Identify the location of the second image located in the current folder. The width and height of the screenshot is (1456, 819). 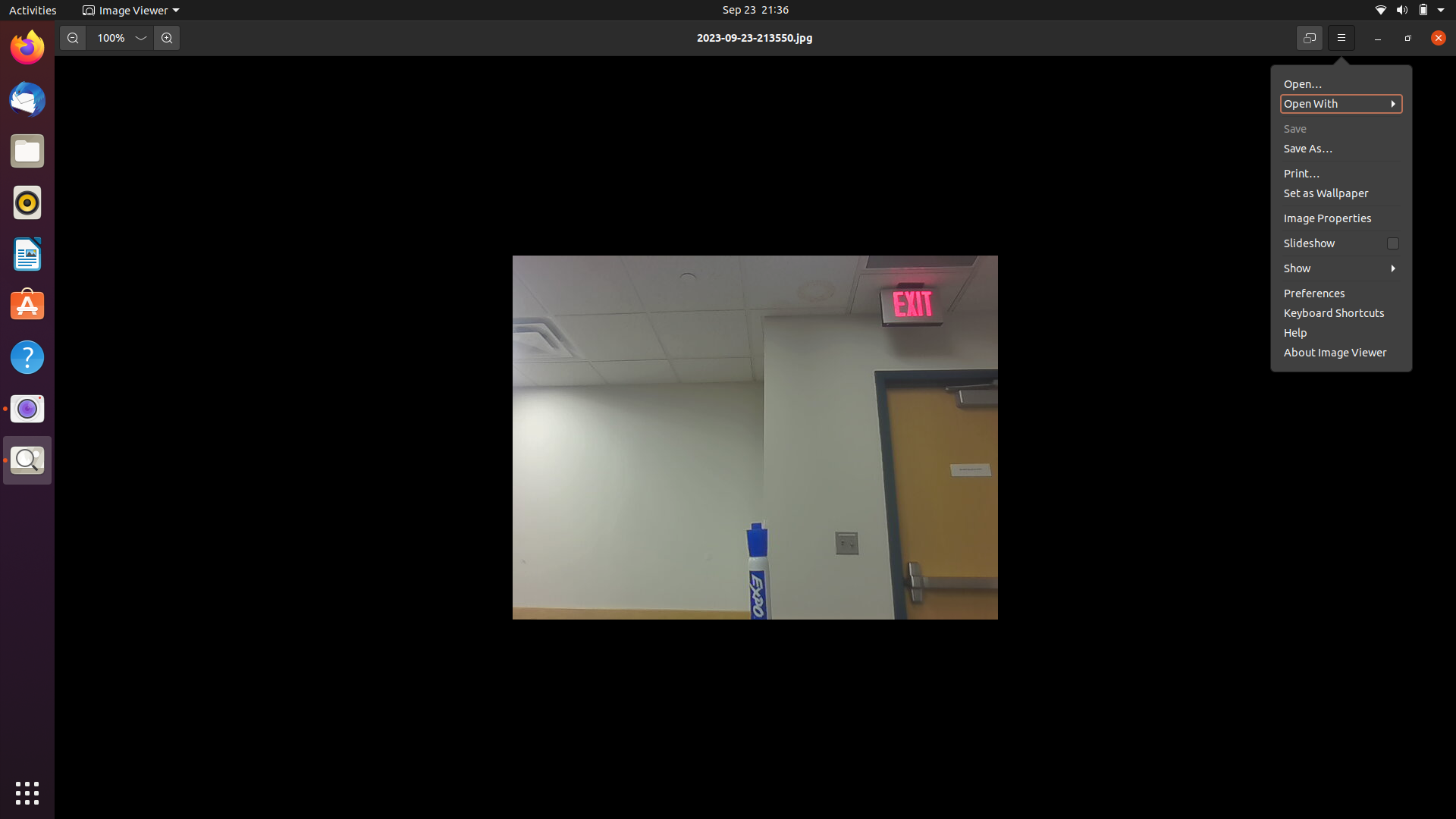
(1341, 103).